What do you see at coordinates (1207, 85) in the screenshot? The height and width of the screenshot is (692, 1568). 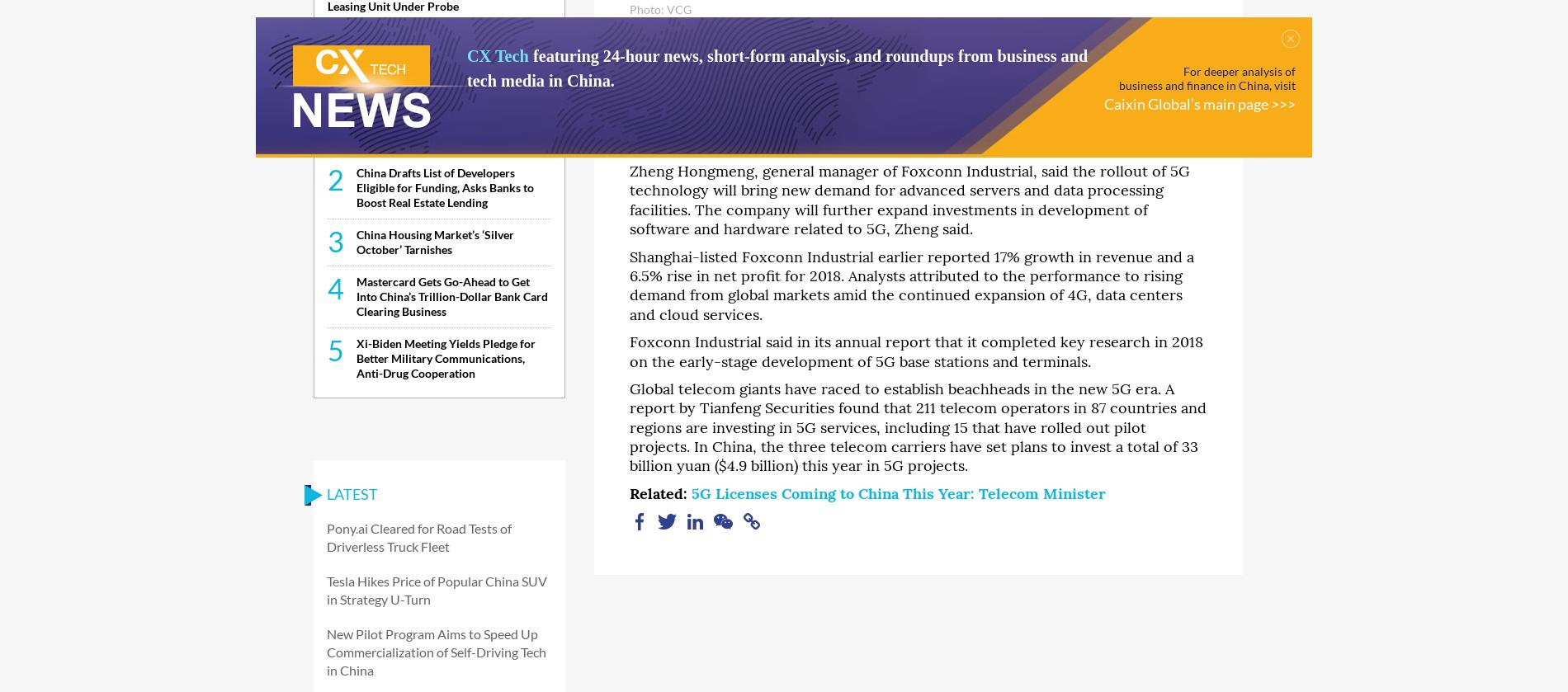 I see `'business and finance in China, visit'` at bounding box center [1207, 85].